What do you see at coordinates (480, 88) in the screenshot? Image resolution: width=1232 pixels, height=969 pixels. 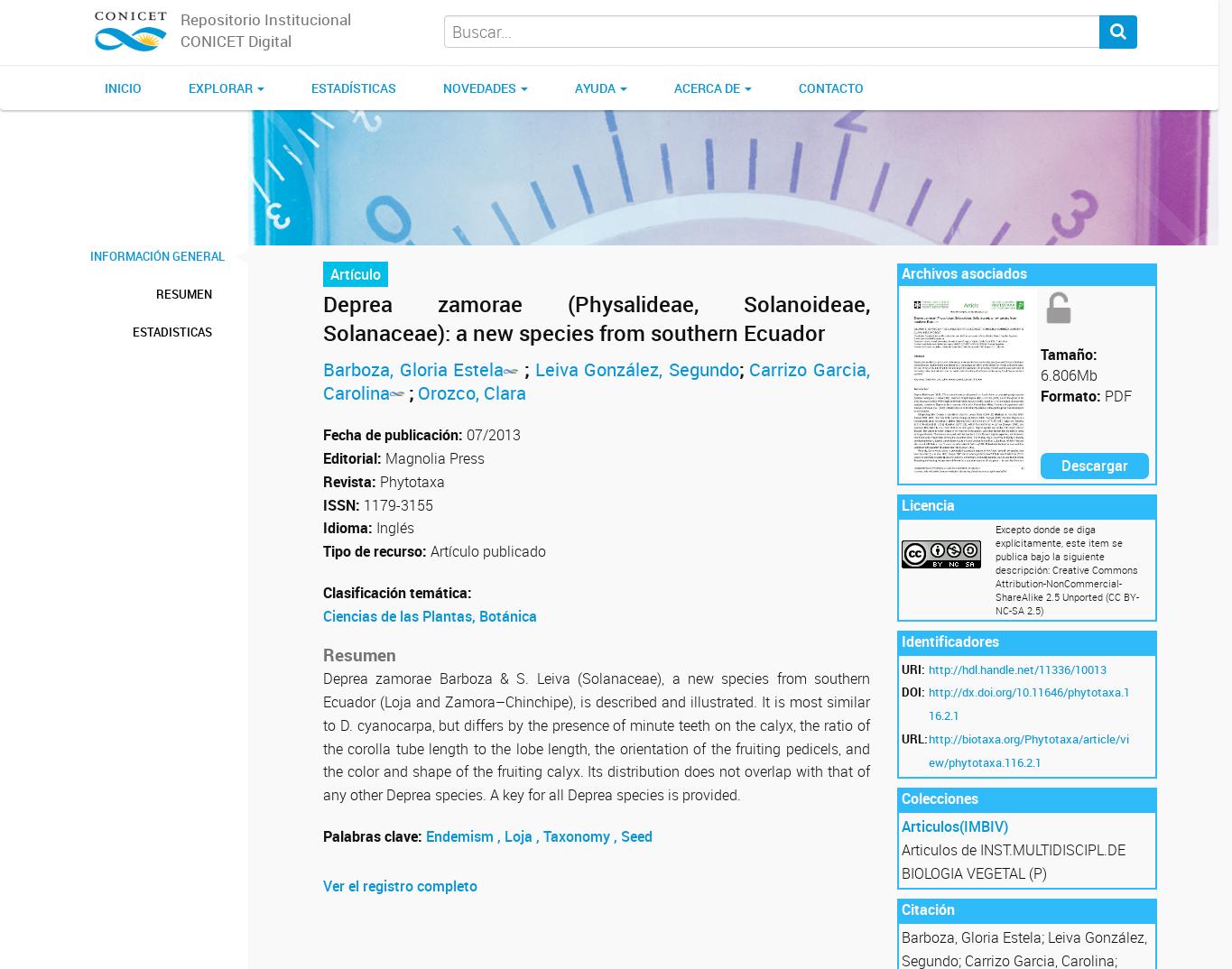 I see `'Novedades'` at bounding box center [480, 88].